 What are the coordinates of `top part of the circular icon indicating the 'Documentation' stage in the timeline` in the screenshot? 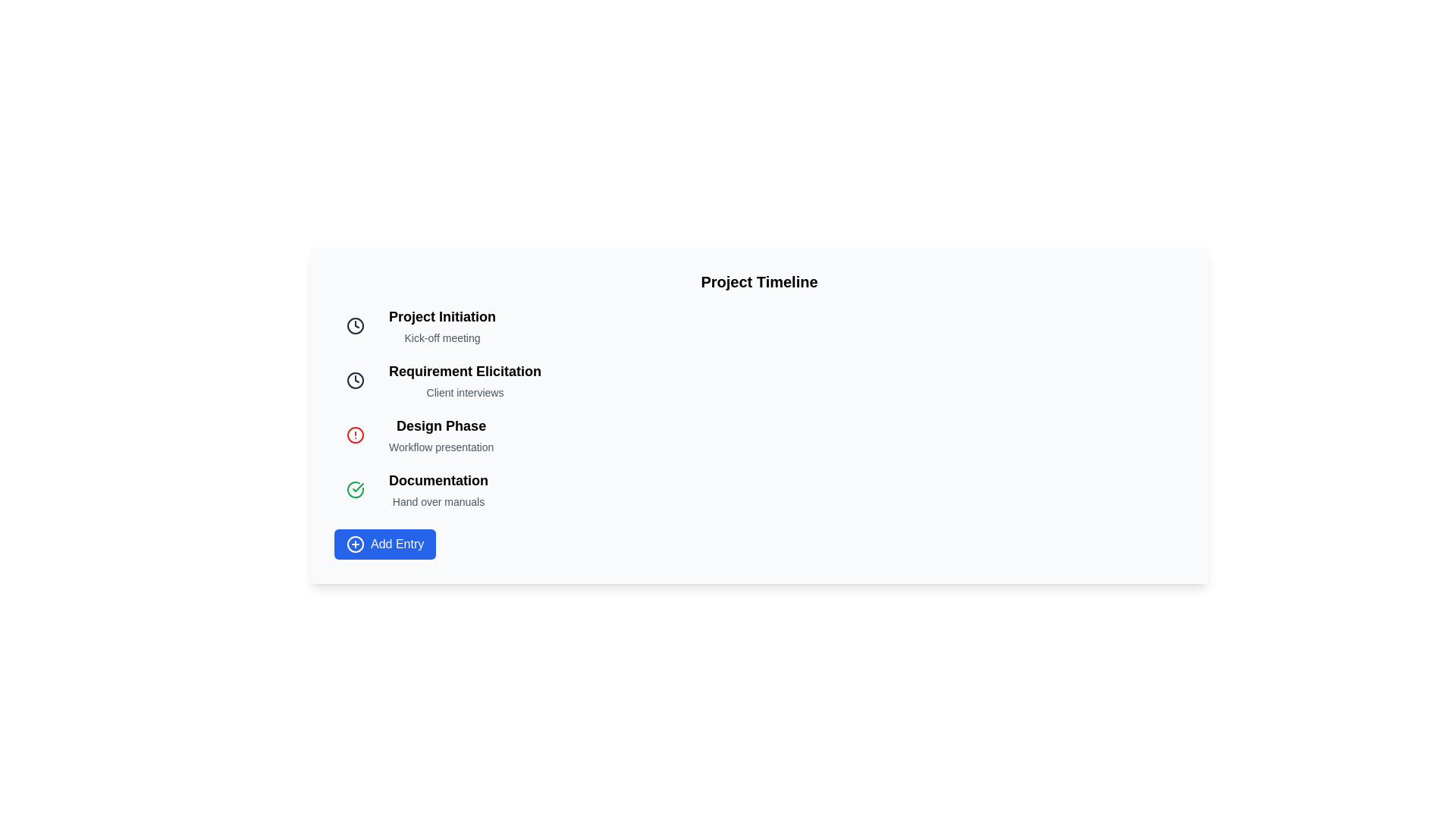 It's located at (355, 489).